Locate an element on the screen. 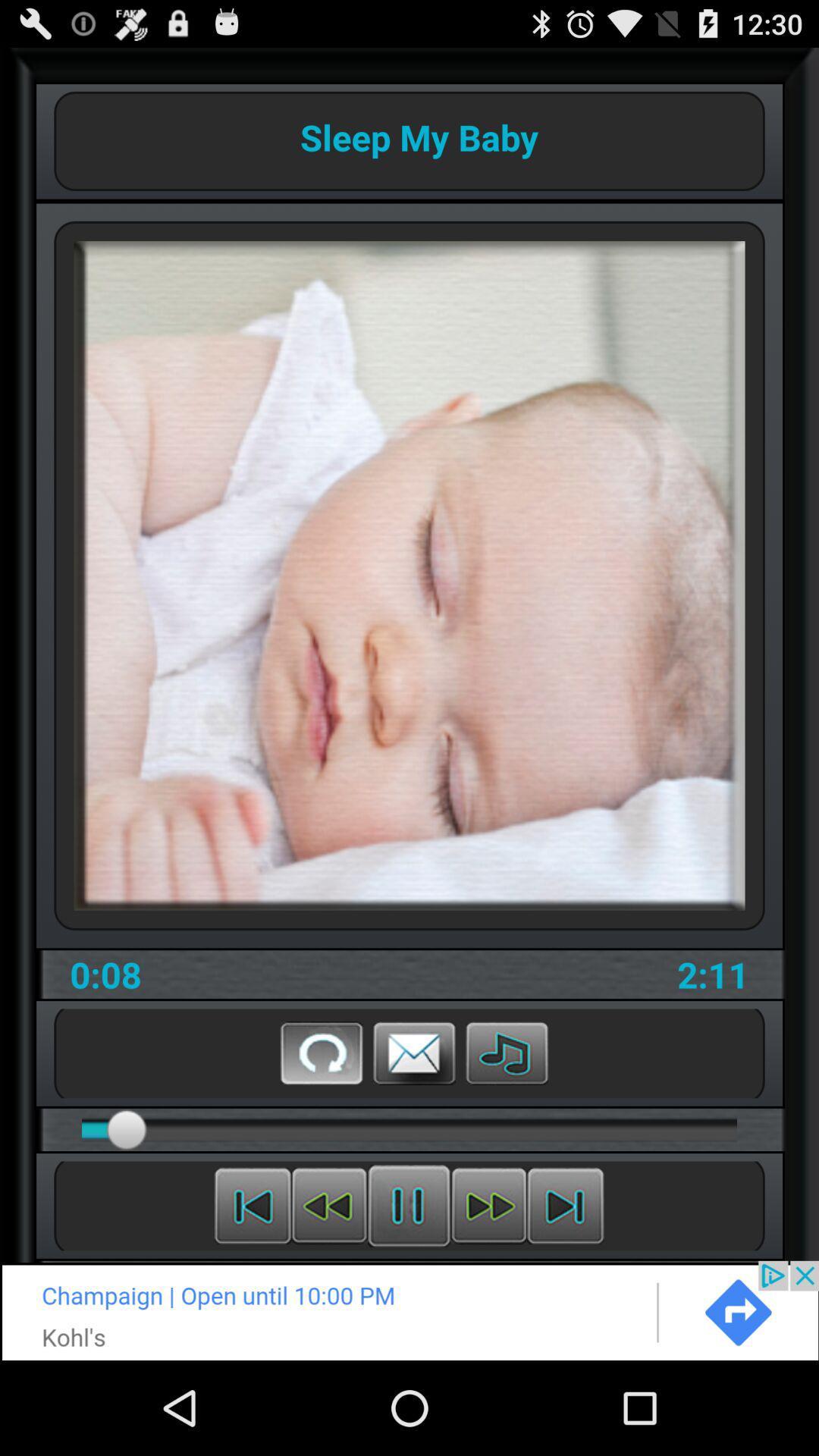 The image size is (819, 1456). stoping the option is located at coordinates (408, 1205).